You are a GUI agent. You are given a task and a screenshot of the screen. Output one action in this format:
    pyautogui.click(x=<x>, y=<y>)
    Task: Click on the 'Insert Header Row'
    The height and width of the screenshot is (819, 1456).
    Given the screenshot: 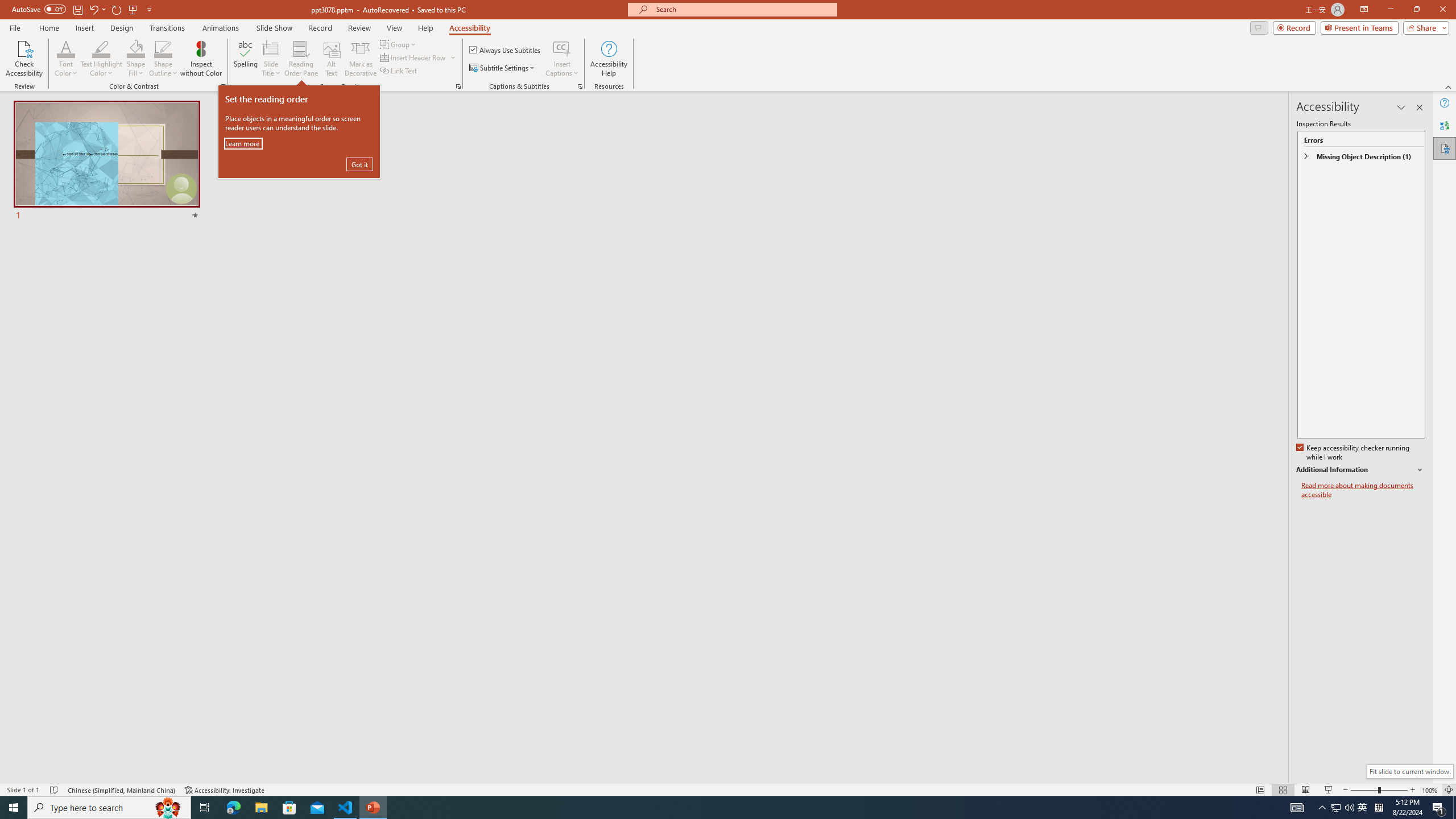 What is the action you would take?
    pyautogui.click(x=418, y=56)
    